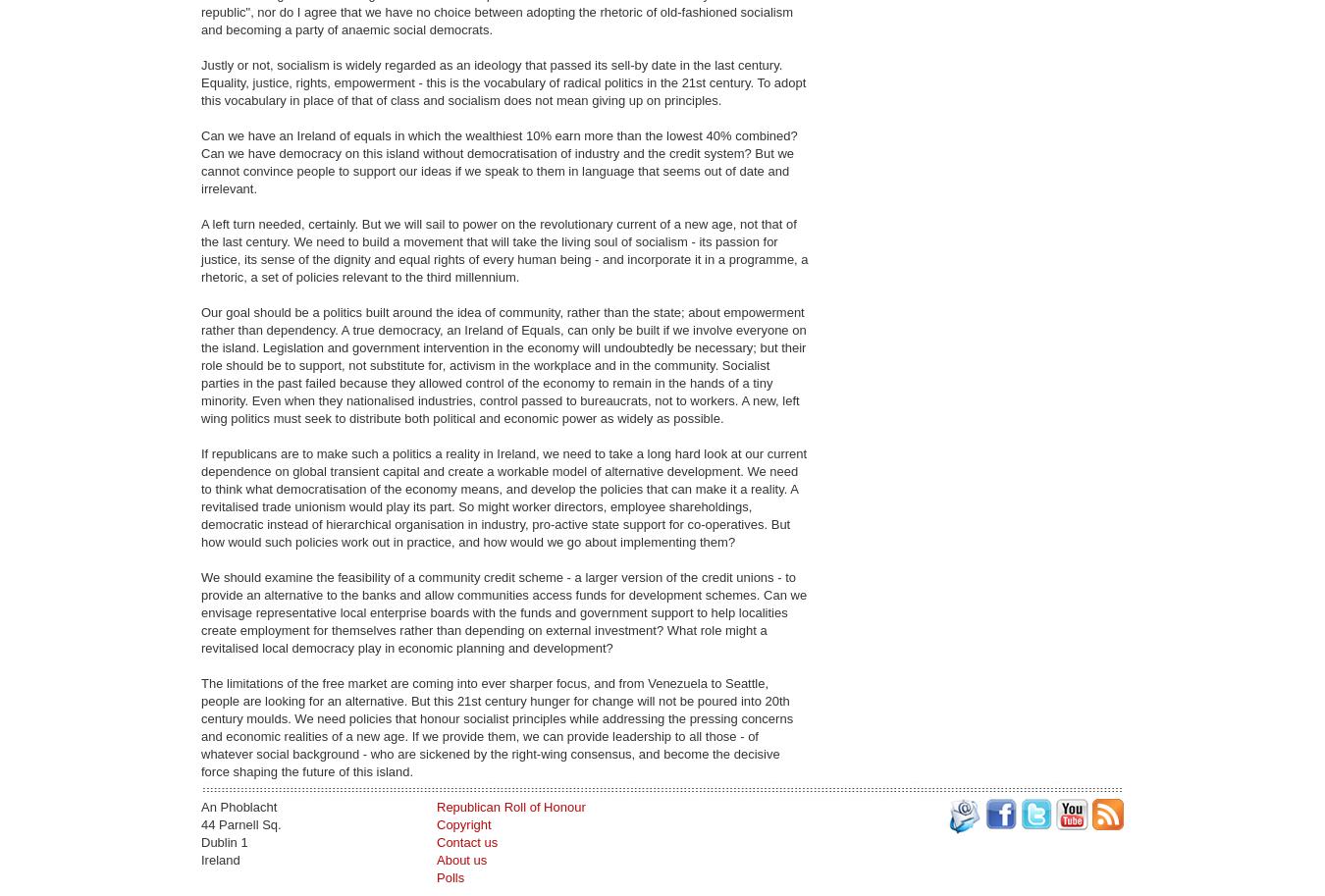  Describe the element at coordinates (503, 365) in the screenshot. I see `'Our goal should be a politics built around the idea of community, rather than the state; about empowerment rather than dependency. A true democracy, an Ireland of Equals, can only be built if we involve everyone on the island. Legislation and government intervention in the economy will undoubtedly be necessary; but their role should be to support, not substitute for, activism in the workplace and in the community. Socialist parties in the past failed because they allowed control of the economy to remain in the hands of a tiny minority. Even when they nationalised industries, control passed to bureaucrats, not to workers. A new, left wing politics must seek to distribute both political and economic power as widely as possible.'` at that location.